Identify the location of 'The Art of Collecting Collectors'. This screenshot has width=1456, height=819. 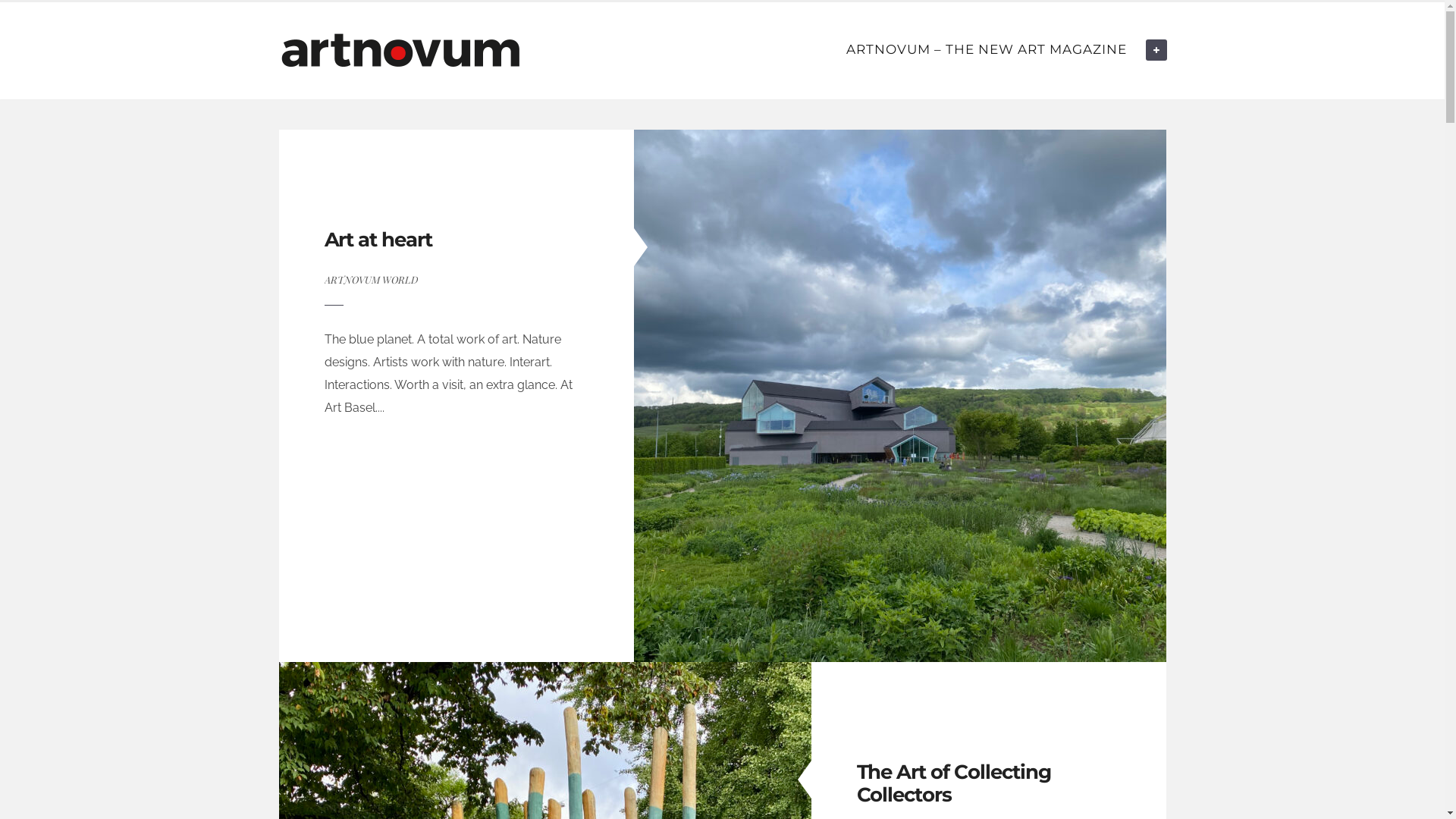
(952, 783).